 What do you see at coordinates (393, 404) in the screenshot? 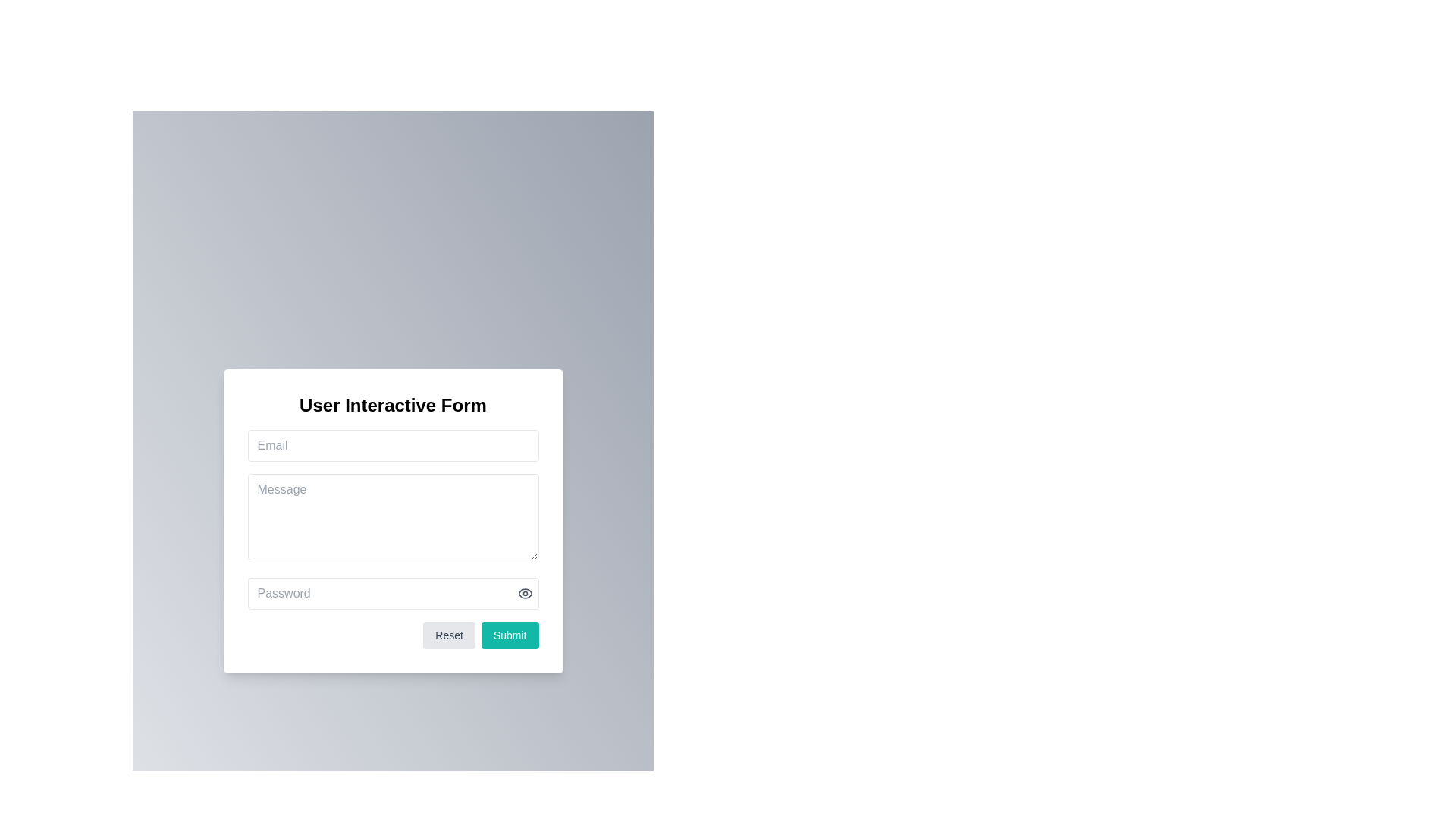
I see `text from the heading labeled 'User Interactive Form', which is a bold, large font text aligned at the top center of the form interface` at bounding box center [393, 404].